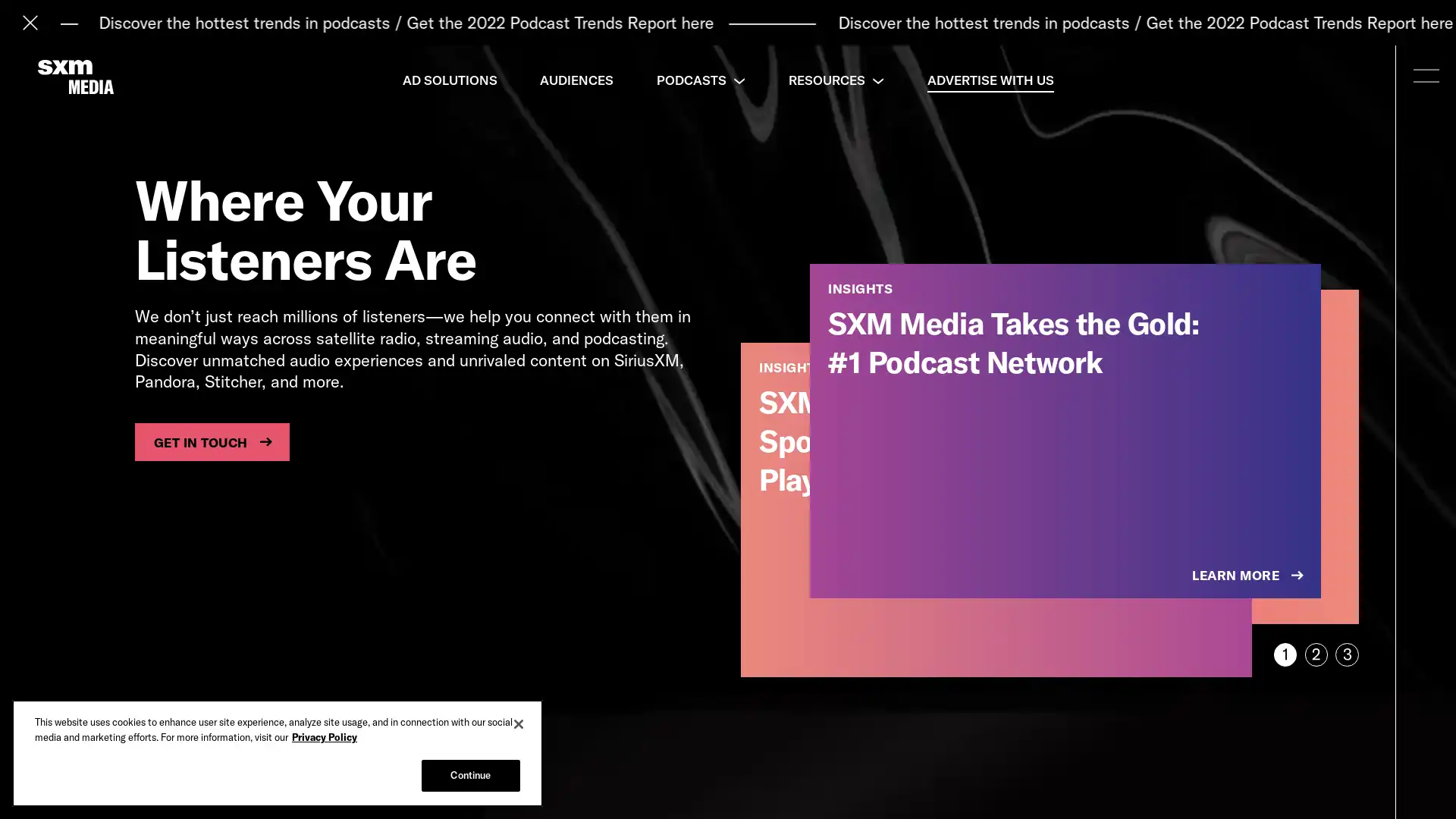 The height and width of the screenshot is (819, 1456). What do you see at coordinates (1284, 654) in the screenshot?
I see `1` at bounding box center [1284, 654].